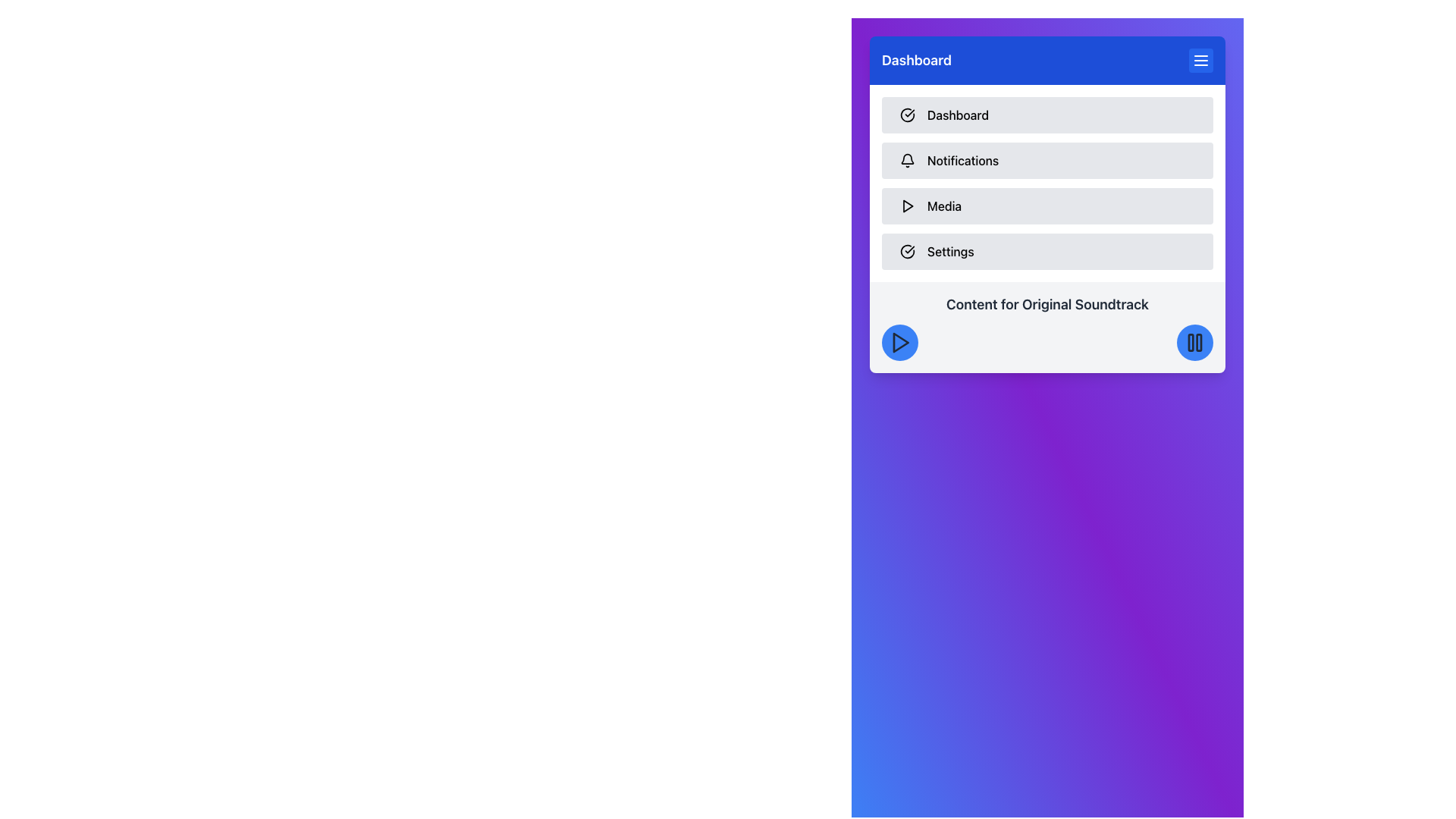 Image resolution: width=1456 pixels, height=819 pixels. What do you see at coordinates (899, 342) in the screenshot?
I see `the play button located in the lower-left corner of the content area labeled 'Content for Original Soundtrack', which is the first button in a row of two buttons` at bounding box center [899, 342].